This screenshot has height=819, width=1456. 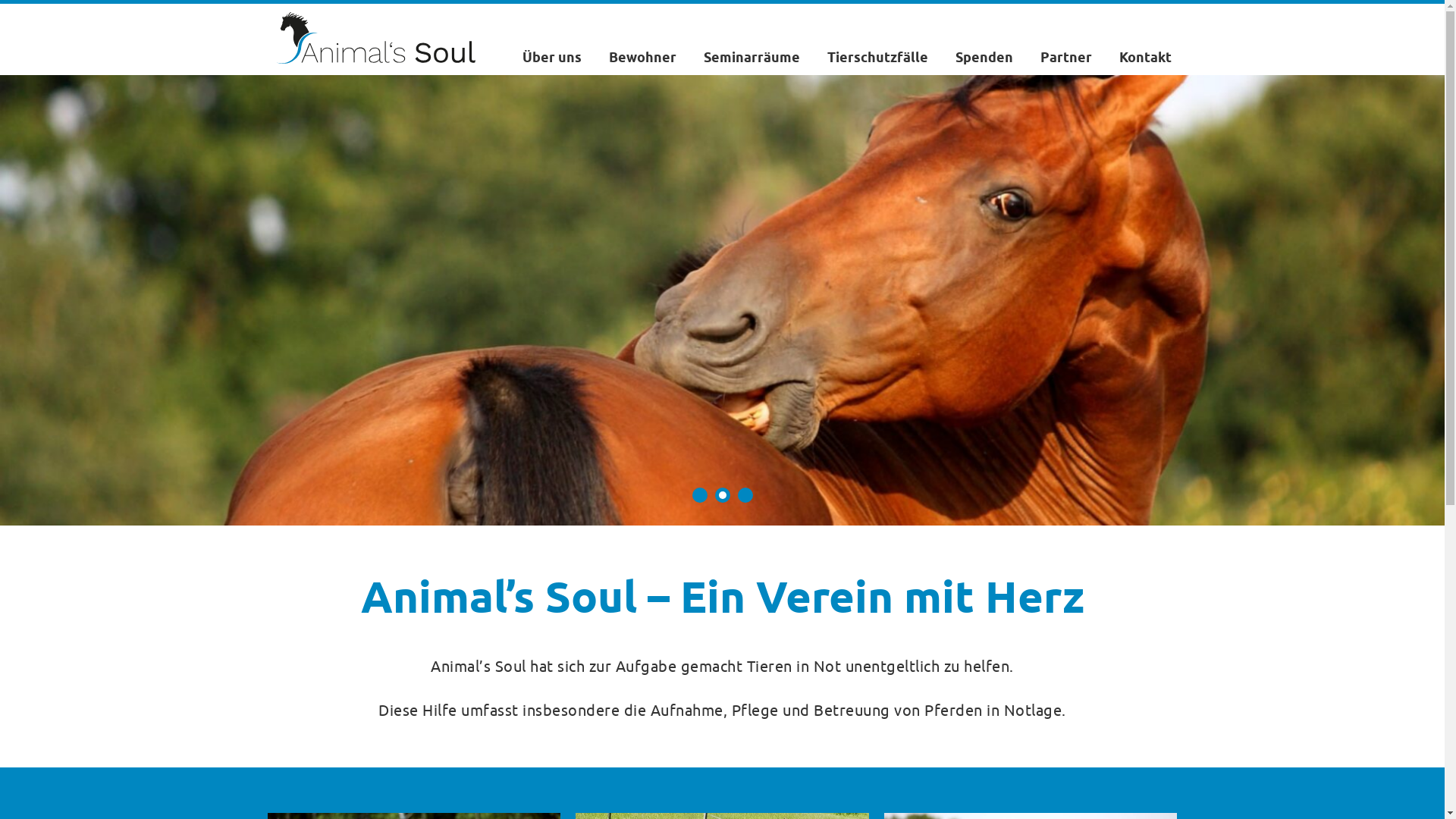 I want to click on 'Kontakt', so click(x=1119, y=56).